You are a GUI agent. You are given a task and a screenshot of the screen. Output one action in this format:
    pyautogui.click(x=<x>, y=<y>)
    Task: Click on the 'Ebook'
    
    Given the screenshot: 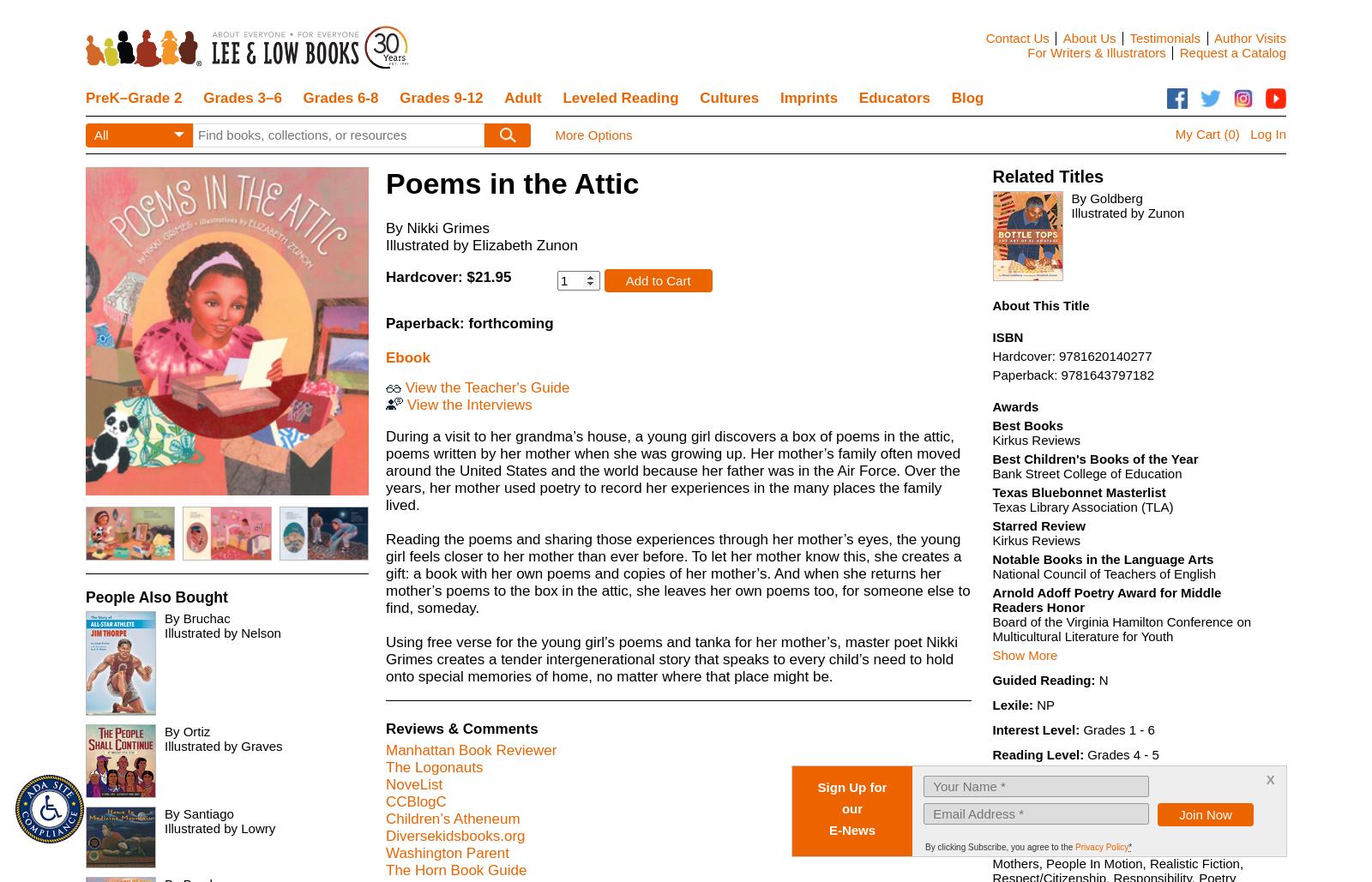 What is the action you would take?
    pyautogui.click(x=406, y=357)
    